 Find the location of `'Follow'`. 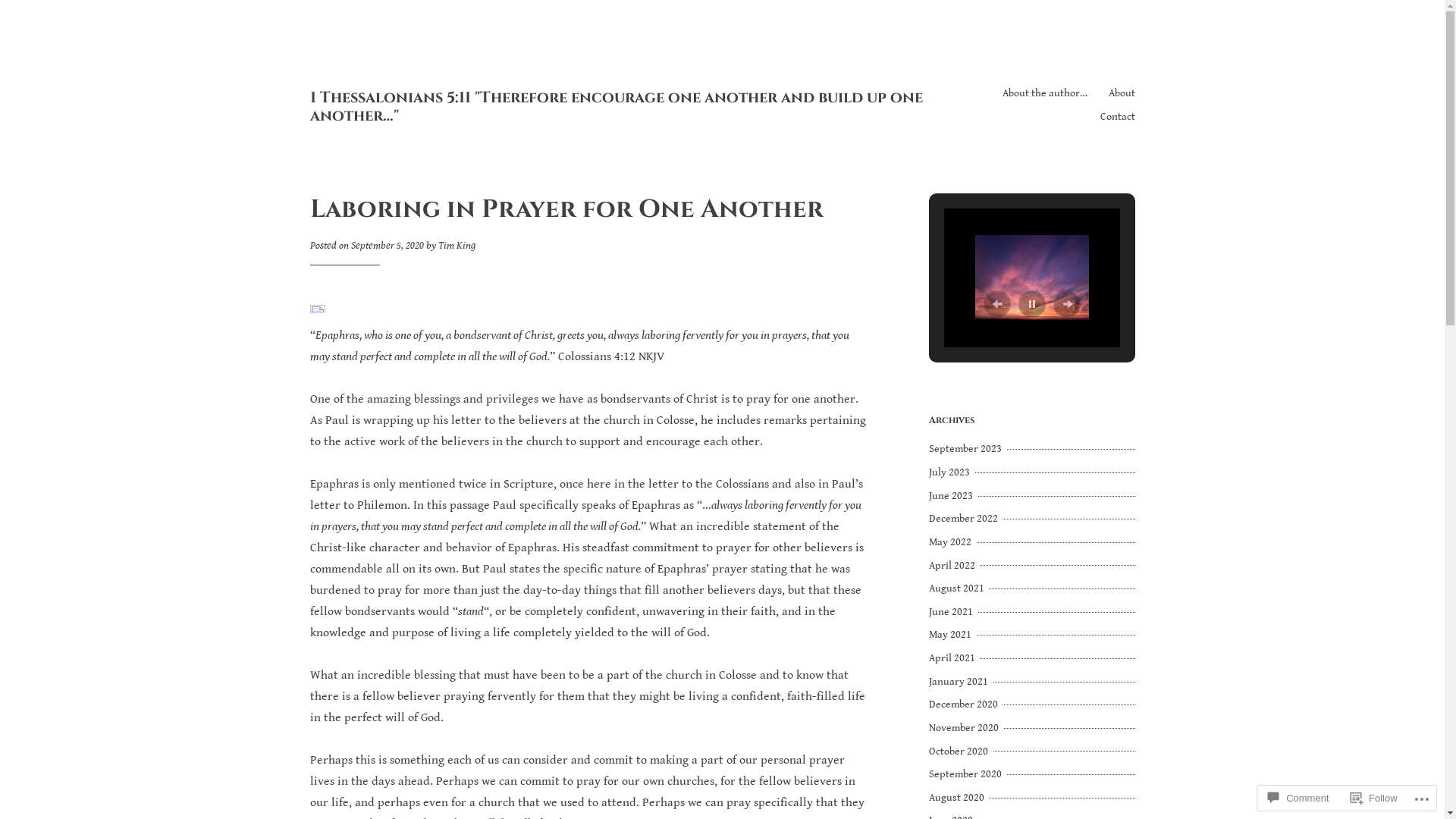

'Follow' is located at coordinates (1374, 797).